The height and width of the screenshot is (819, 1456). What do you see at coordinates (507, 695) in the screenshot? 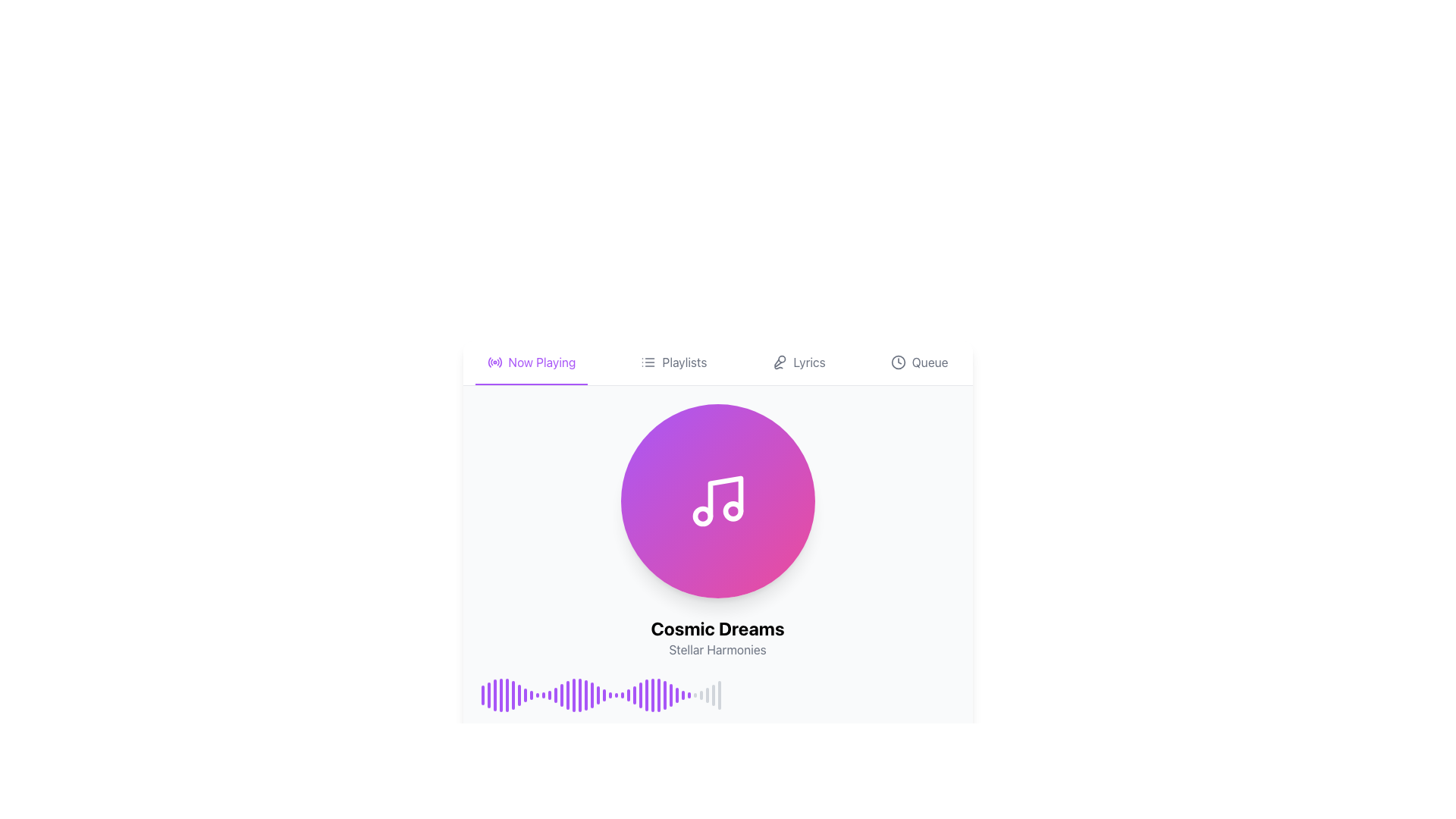
I see `the fifth purple vertical bar of the waveform, which is positioned below the central music icon and title` at bounding box center [507, 695].